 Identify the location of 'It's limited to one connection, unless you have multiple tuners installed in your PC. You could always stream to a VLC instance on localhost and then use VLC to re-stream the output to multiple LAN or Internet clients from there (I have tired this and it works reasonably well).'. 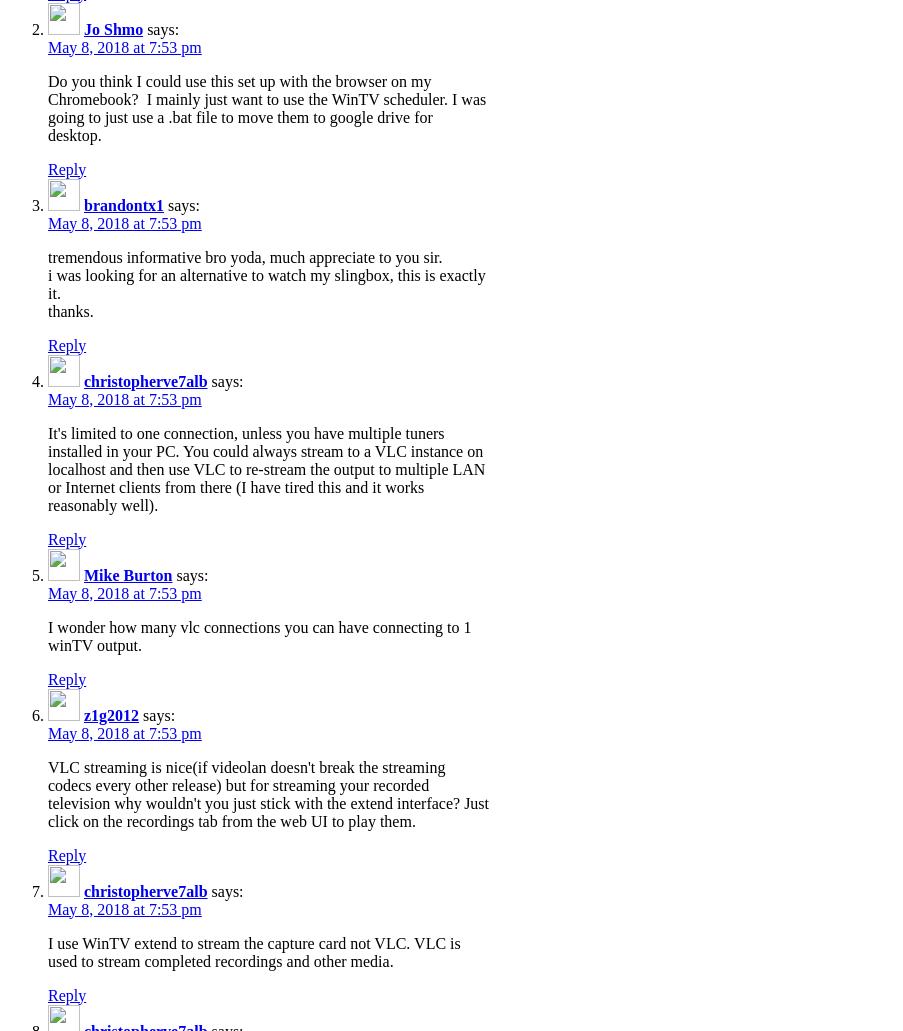
(265, 468).